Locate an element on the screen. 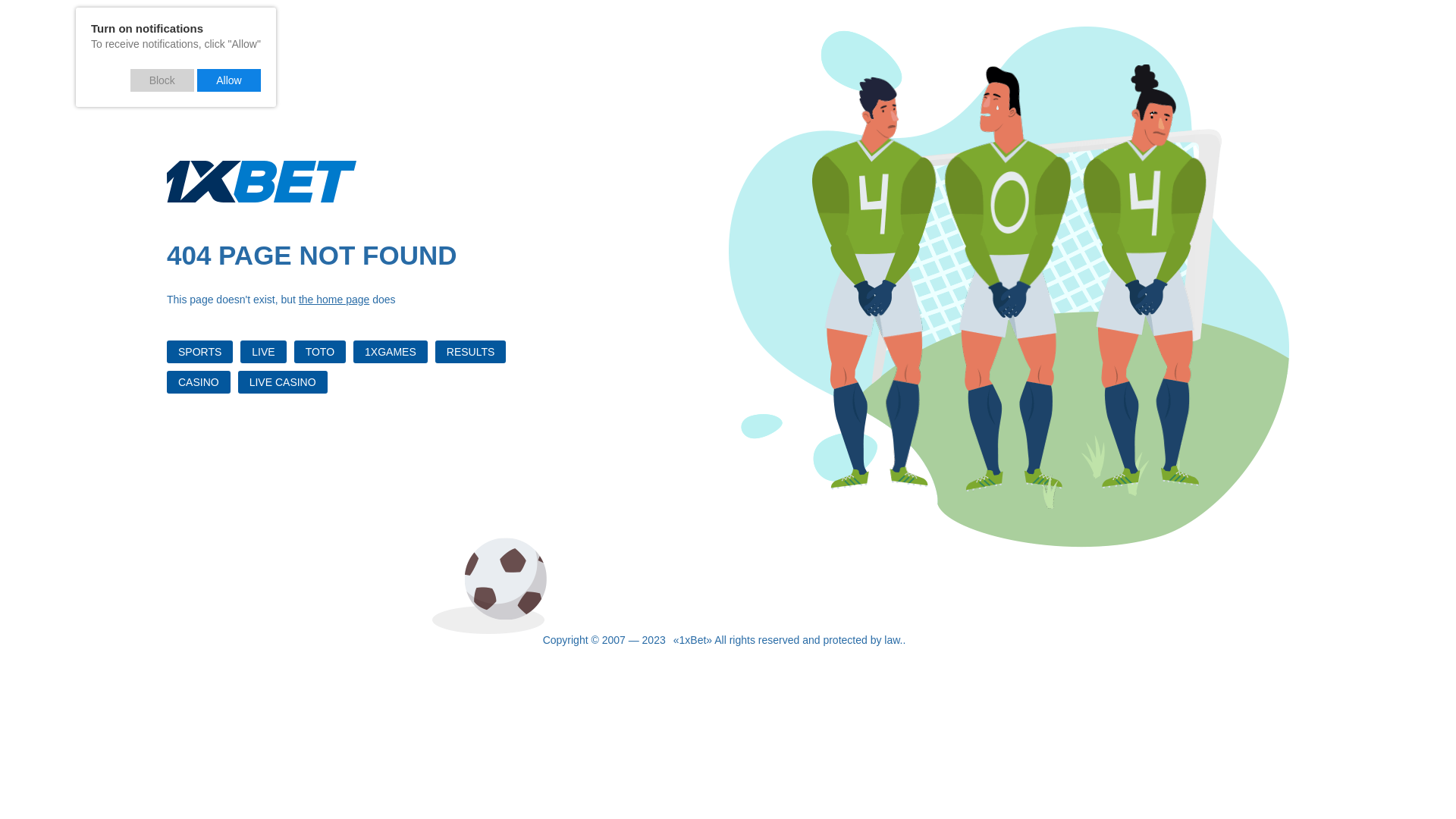 The width and height of the screenshot is (1456, 819). 'Block' is located at coordinates (162, 80).